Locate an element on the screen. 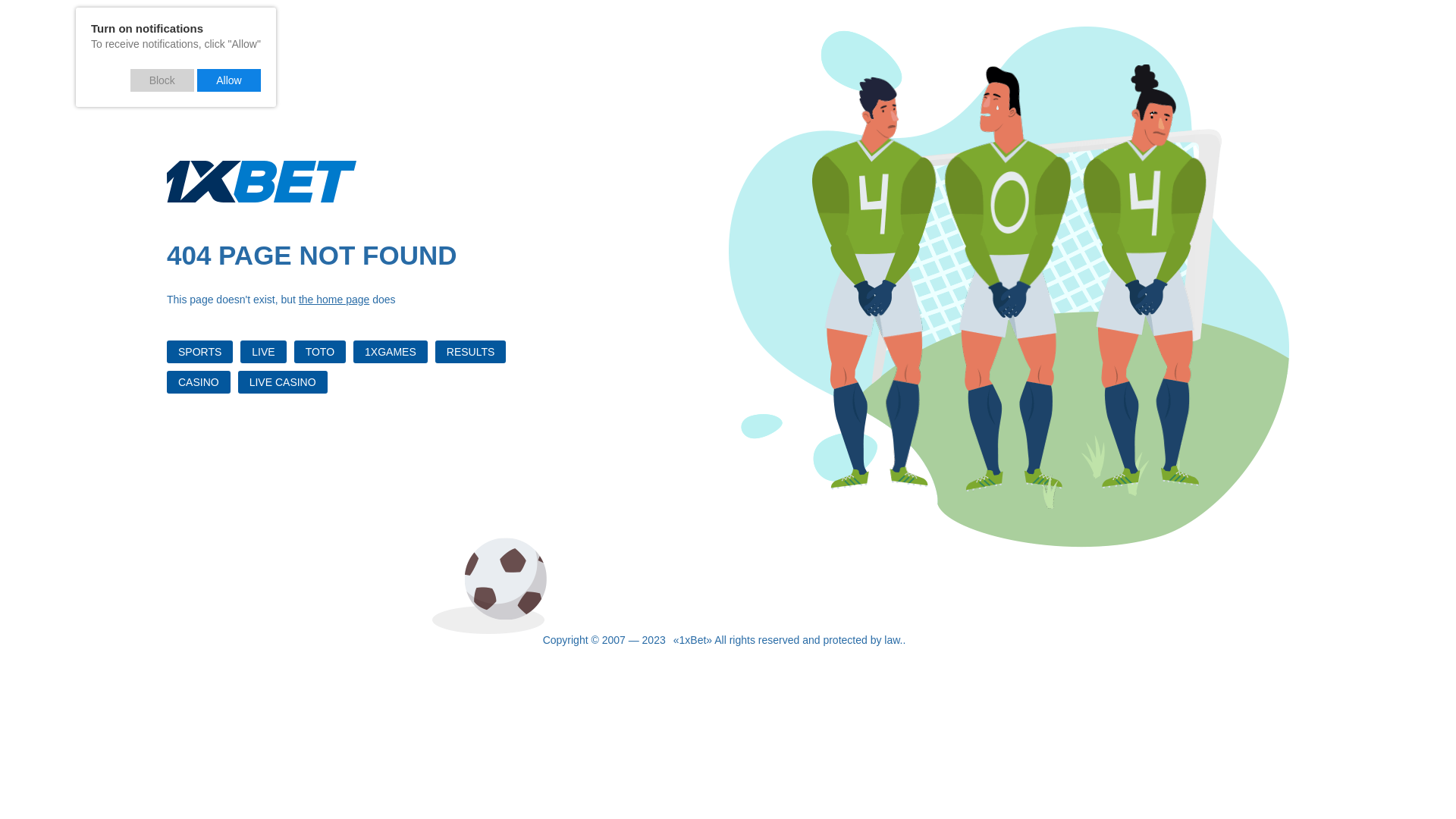 The width and height of the screenshot is (1456, 819). 'Block' is located at coordinates (162, 80).